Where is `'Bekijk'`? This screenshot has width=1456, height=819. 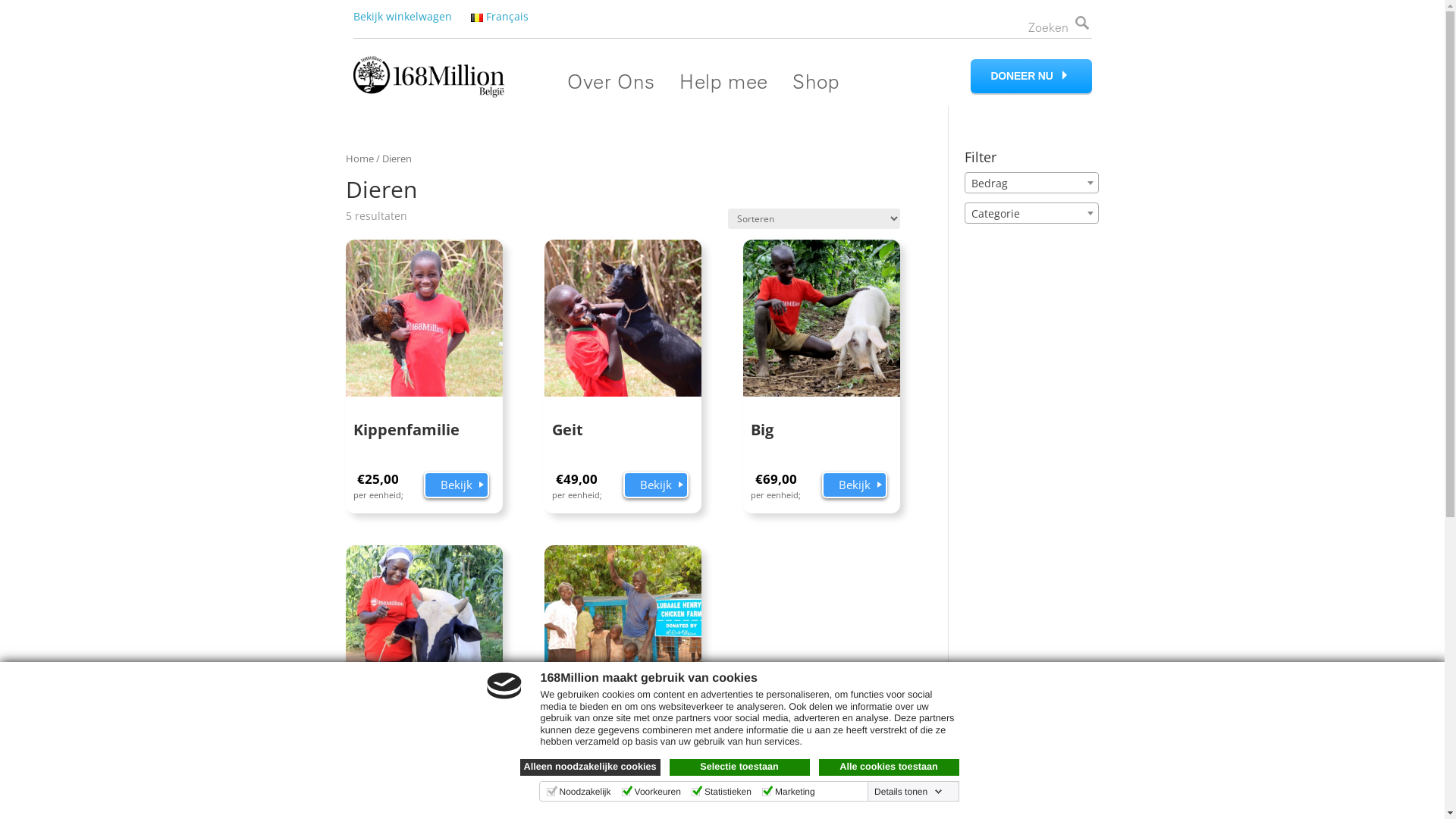
'Bekijk' is located at coordinates (455, 485).